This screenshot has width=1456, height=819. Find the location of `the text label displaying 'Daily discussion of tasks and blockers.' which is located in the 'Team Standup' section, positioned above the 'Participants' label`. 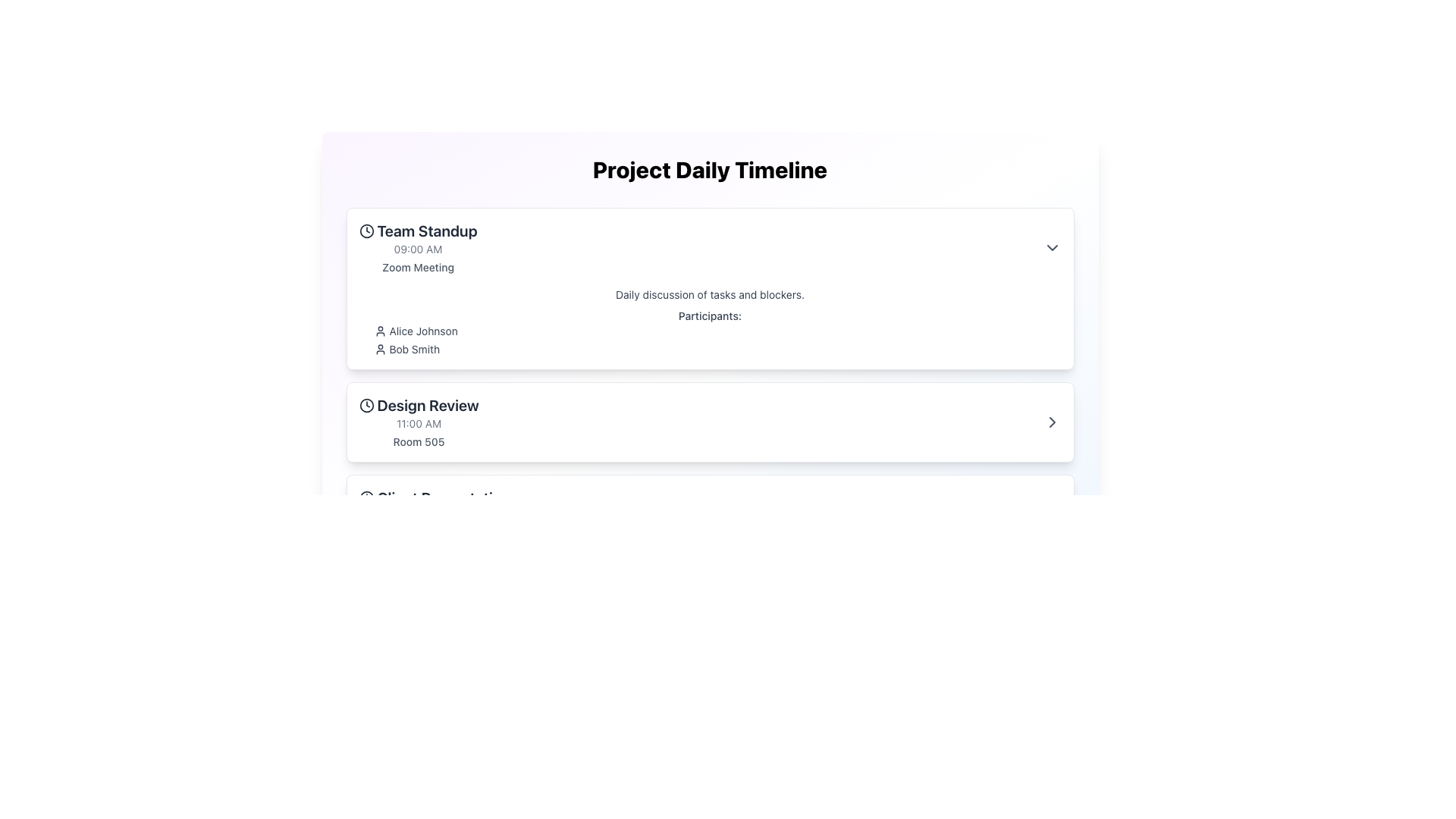

the text label displaying 'Daily discussion of tasks and blockers.' which is located in the 'Team Standup' section, positioned above the 'Participants' label is located at coordinates (709, 295).